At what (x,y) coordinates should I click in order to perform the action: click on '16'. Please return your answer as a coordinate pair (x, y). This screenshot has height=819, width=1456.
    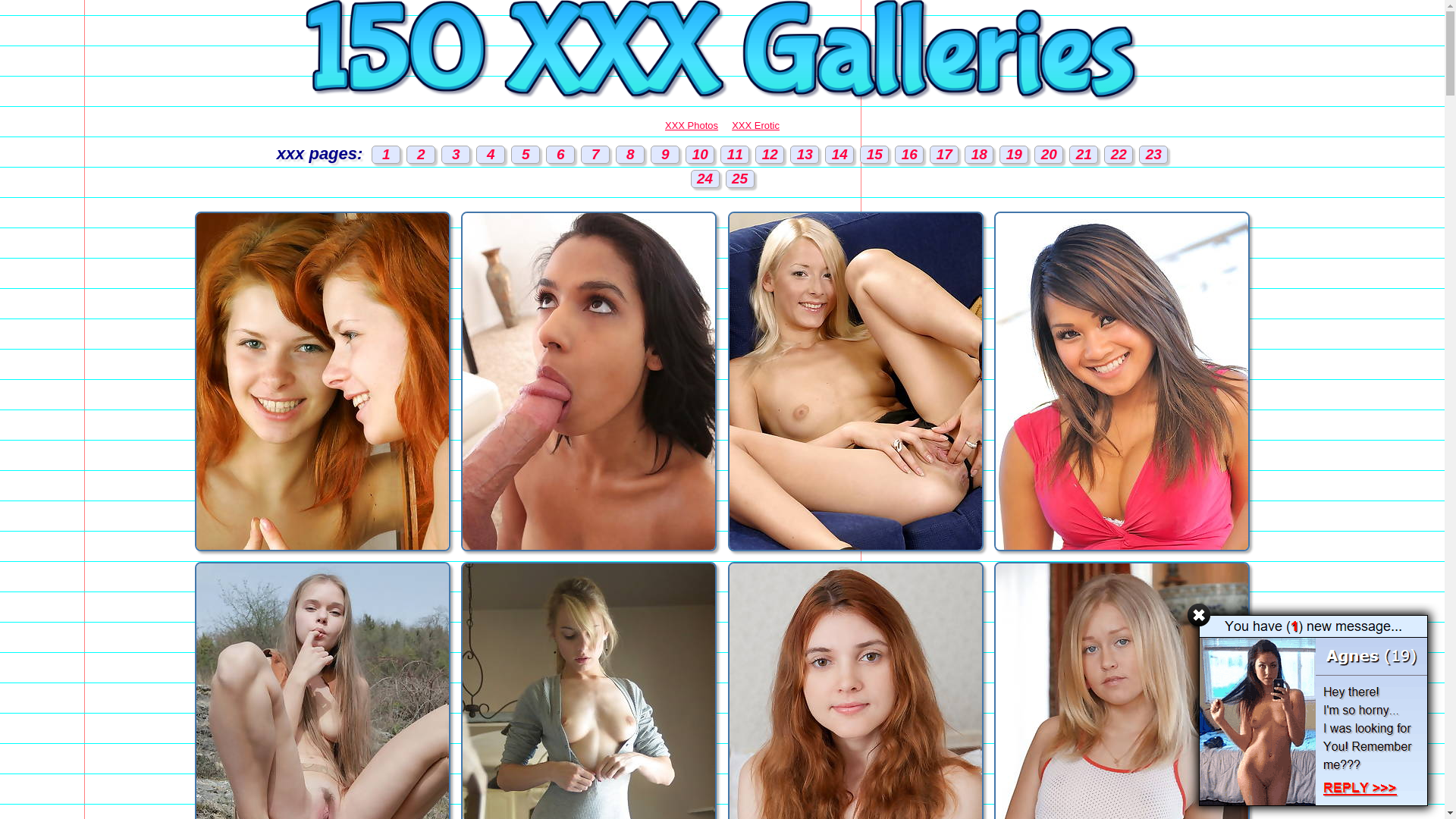
    Looking at the image, I should click on (909, 155).